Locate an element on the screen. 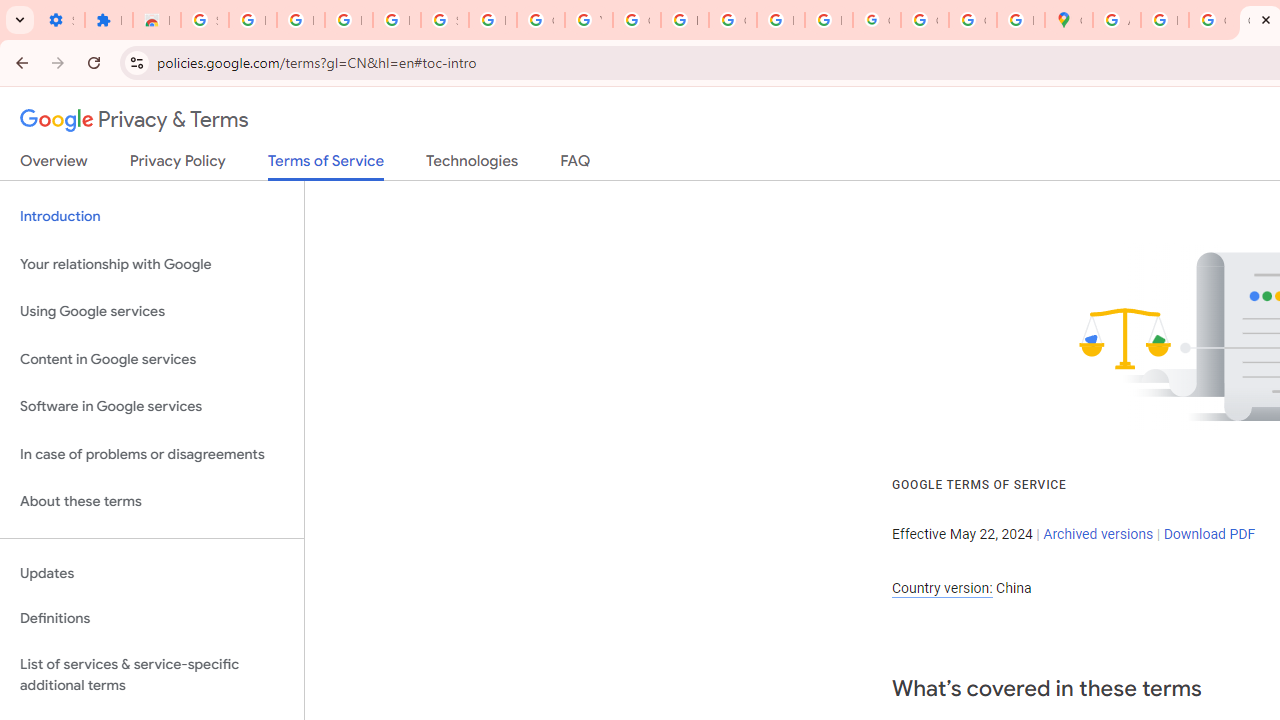  'In case of problems or disagreements' is located at coordinates (151, 454).